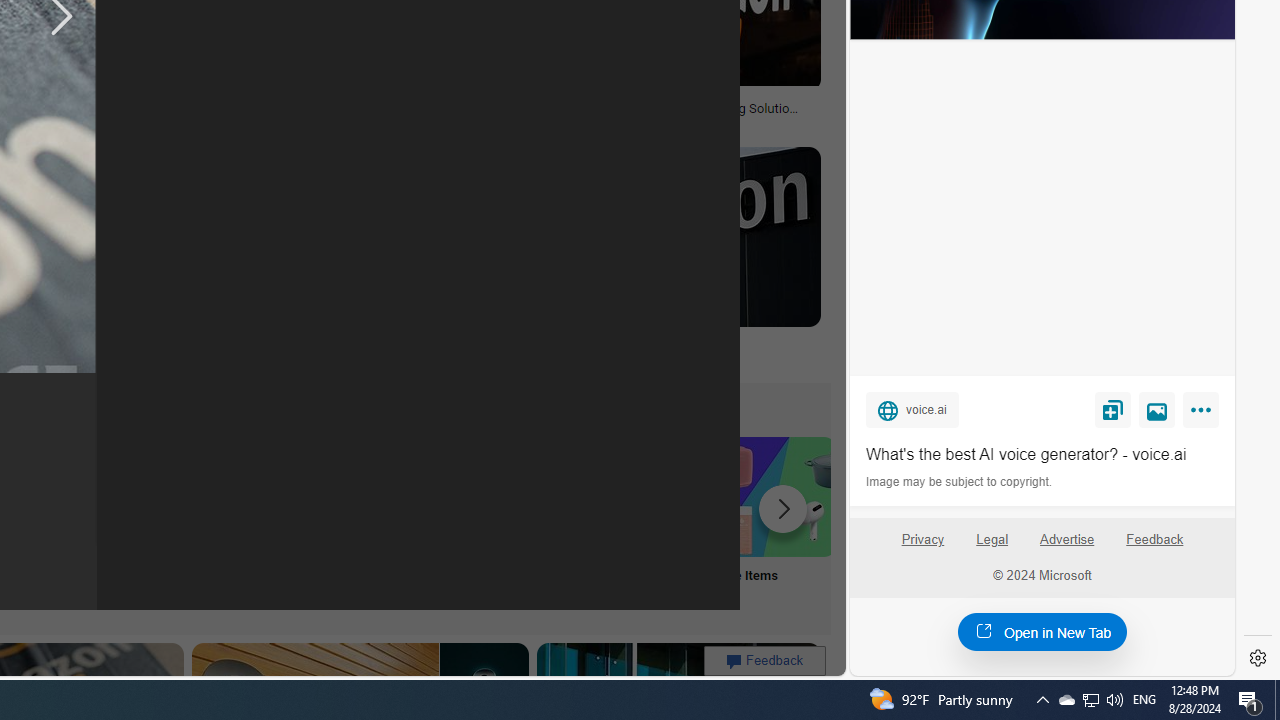  What do you see at coordinates (774, 521) in the screenshot?
I see `'Sale Items'` at bounding box center [774, 521].